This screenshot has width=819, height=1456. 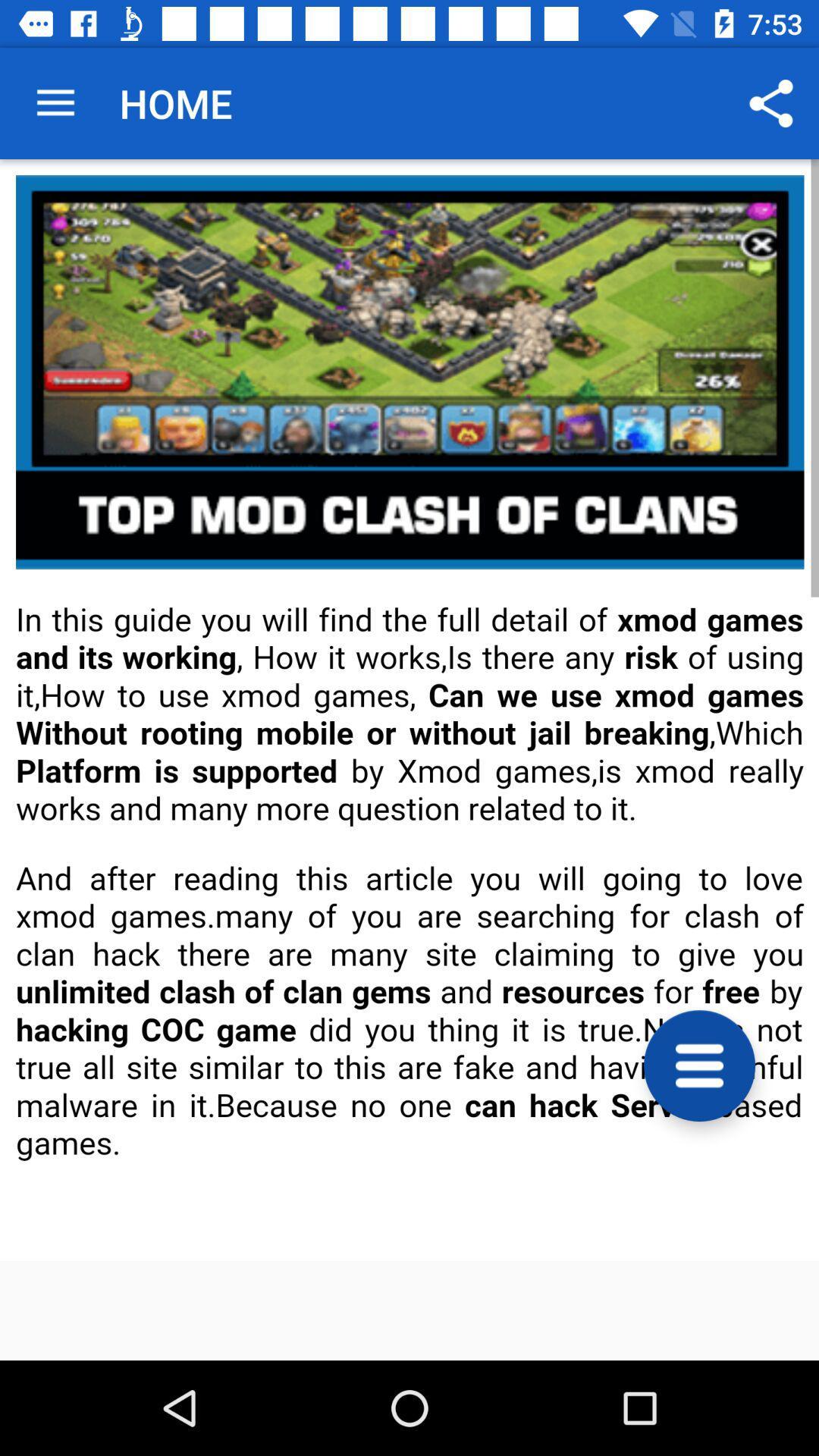 I want to click on open menu, so click(x=699, y=1065).